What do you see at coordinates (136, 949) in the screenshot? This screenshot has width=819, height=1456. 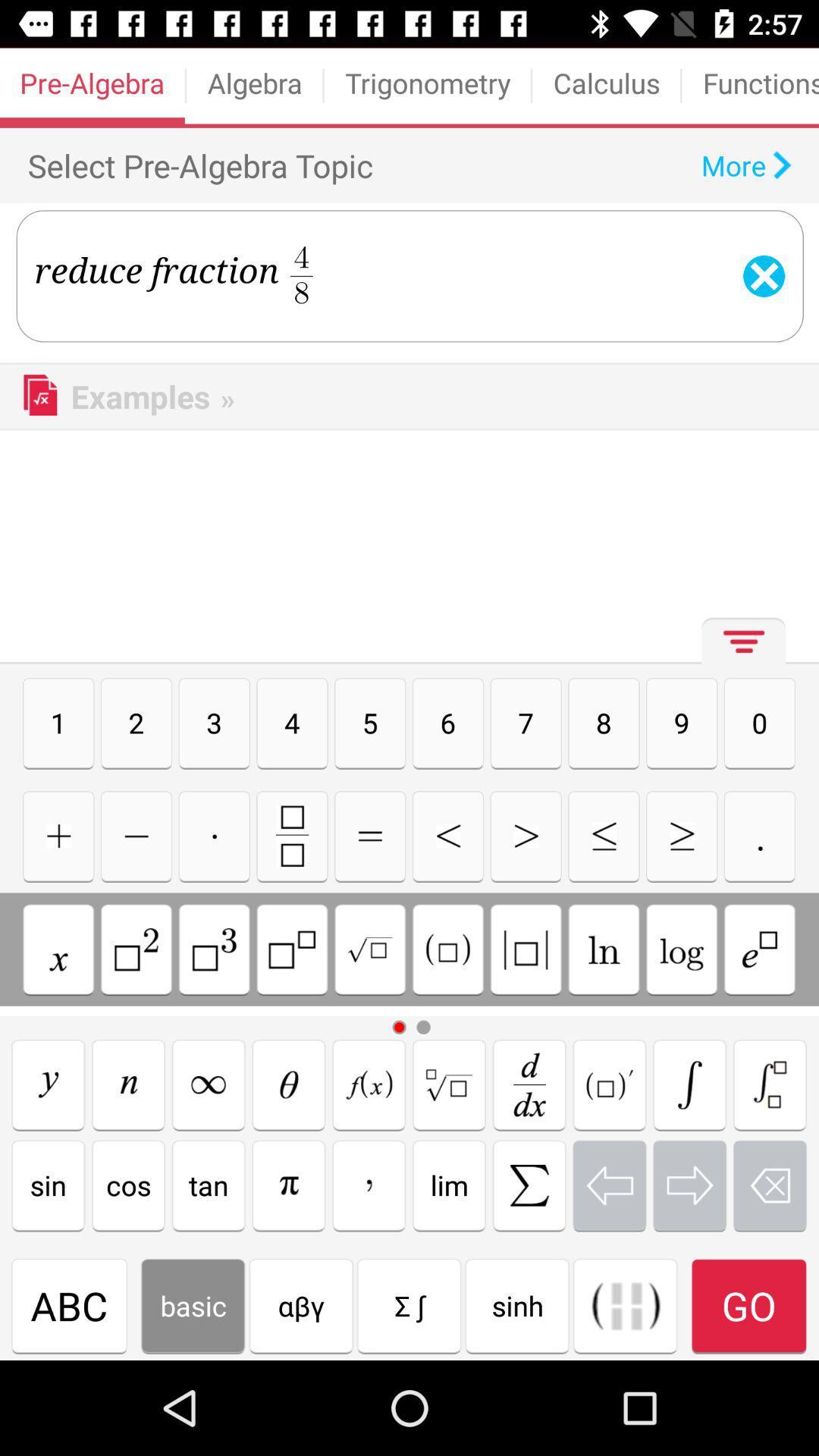 I see `exponent` at bounding box center [136, 949].